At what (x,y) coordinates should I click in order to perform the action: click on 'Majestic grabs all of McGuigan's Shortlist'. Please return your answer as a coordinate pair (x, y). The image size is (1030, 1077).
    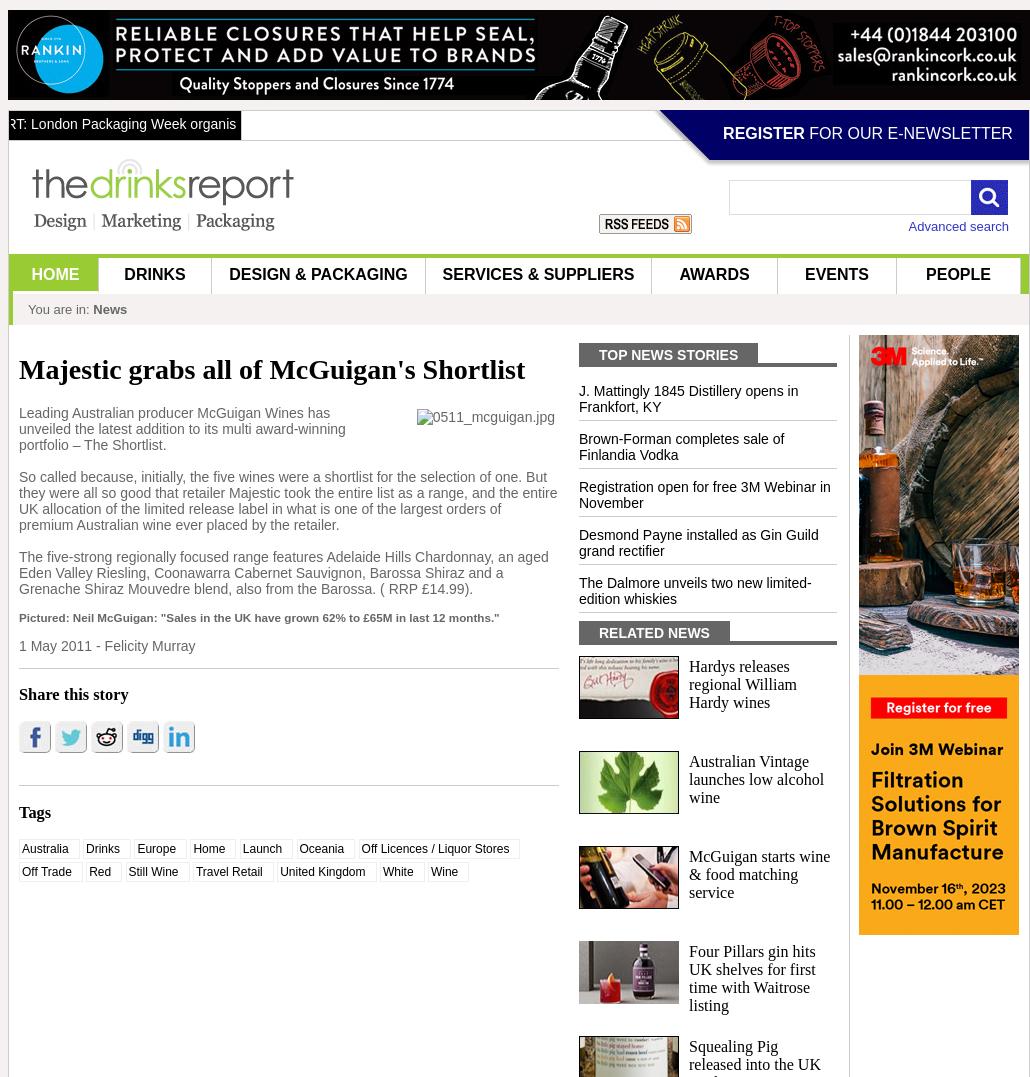
    Looking at the image, I should click on (271, 367).